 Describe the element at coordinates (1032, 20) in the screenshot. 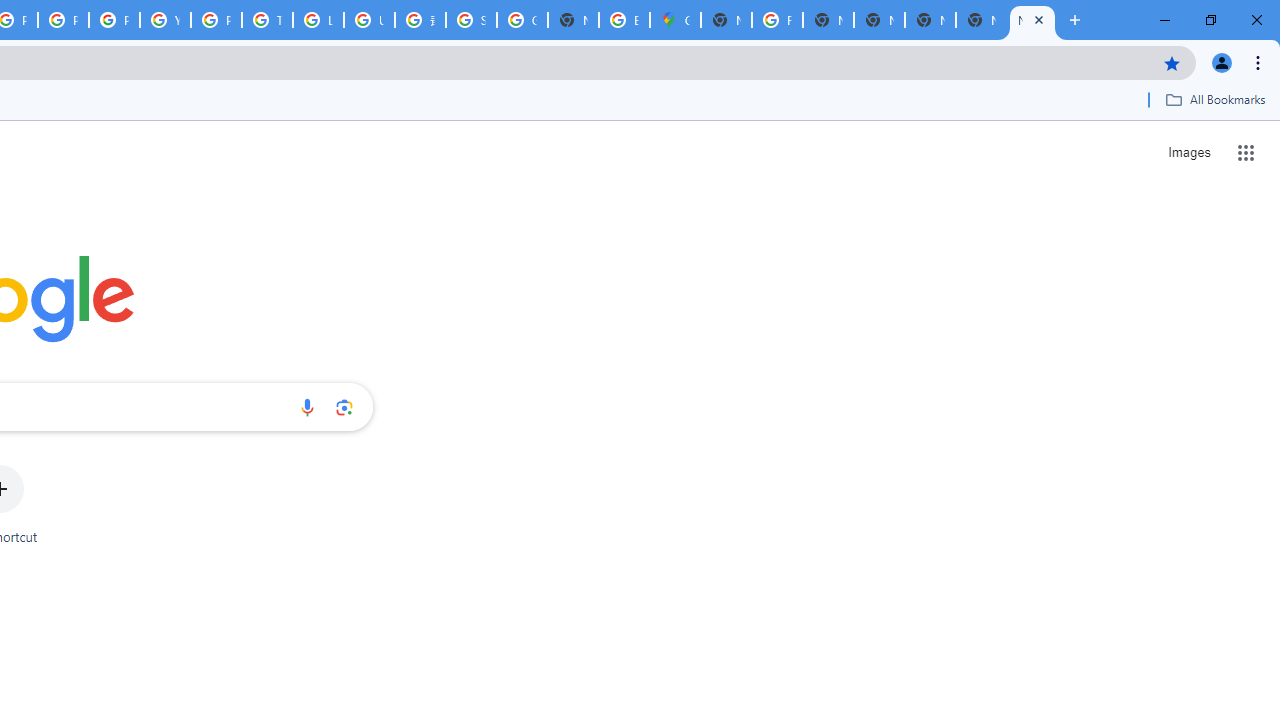

I see `'New Tab'` at that location.